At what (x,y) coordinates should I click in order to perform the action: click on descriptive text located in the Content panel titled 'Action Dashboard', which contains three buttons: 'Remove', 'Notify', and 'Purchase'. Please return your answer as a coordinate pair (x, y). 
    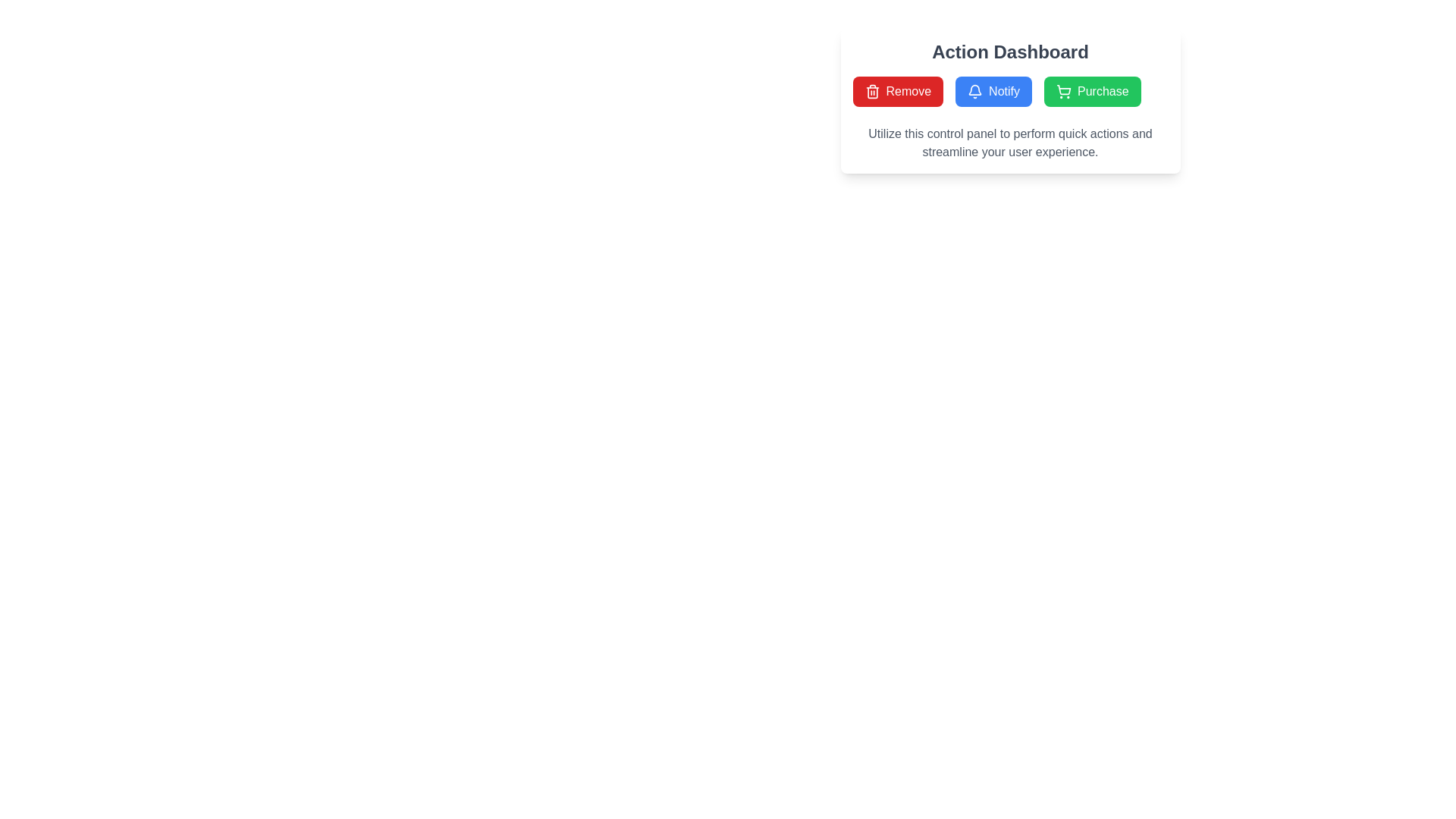
    Looking at the image, I should click on (1010, 100).